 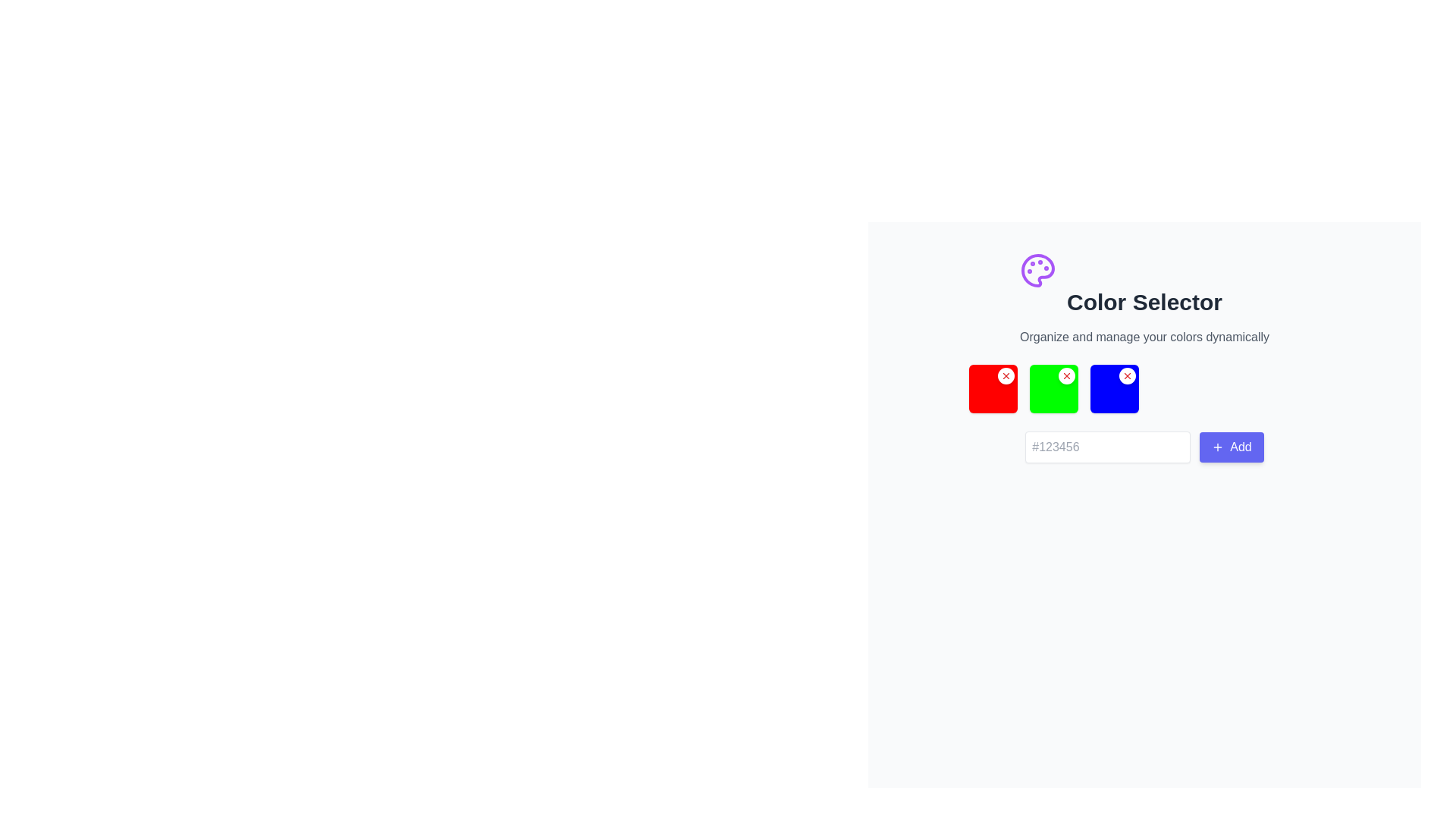 What do you see at coordinates (1144, 336) in the screenshot?
I see `the text label that reads 'Organize and manage your colors dynamically', which is styled in gray and positioned below the 'Color Selector' heading` at bounding box center [1144, 336].